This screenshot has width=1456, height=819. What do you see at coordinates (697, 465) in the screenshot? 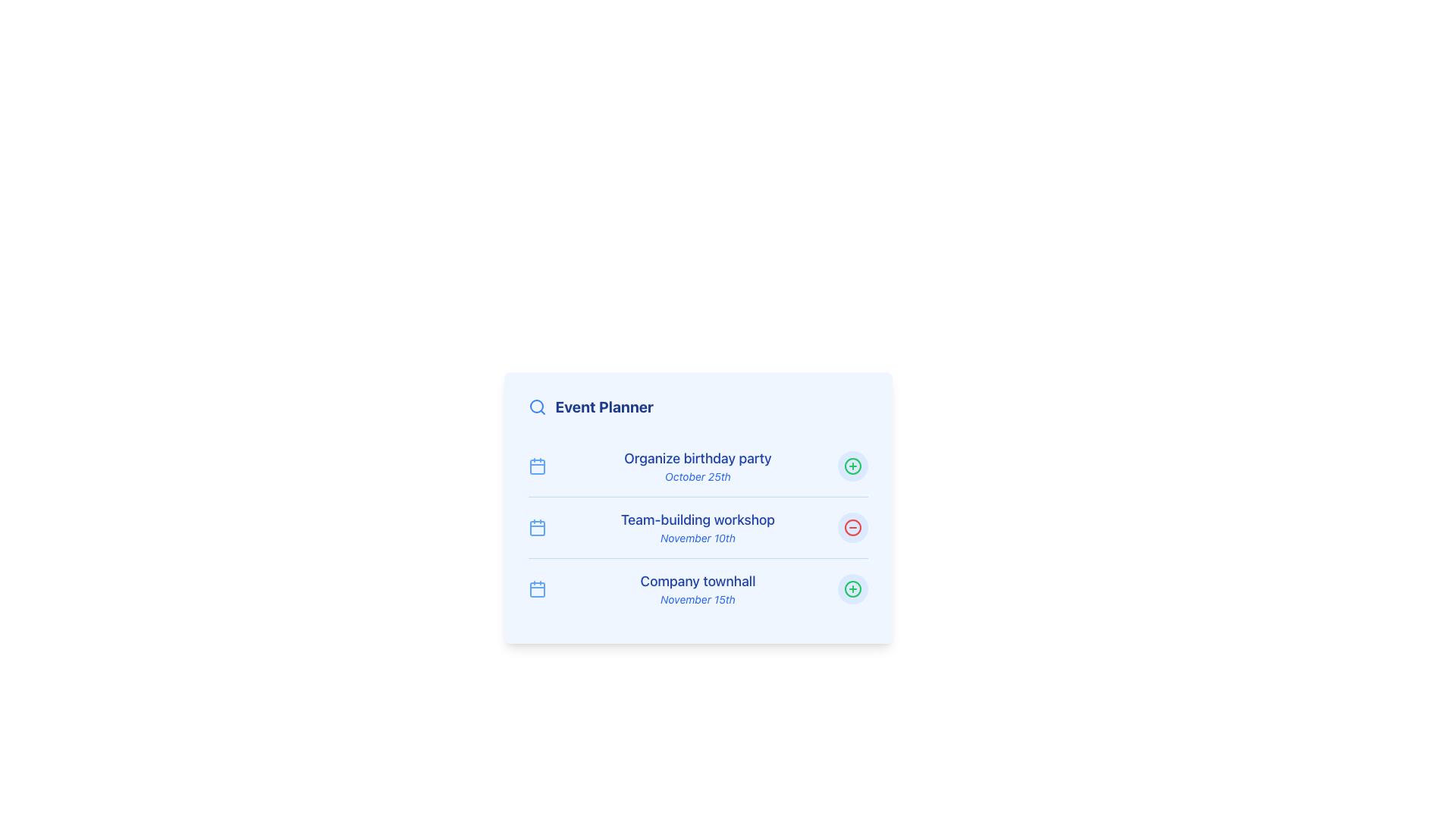
I see `the first Interactive List Item in the event planner` at bounding box center [697, 465].